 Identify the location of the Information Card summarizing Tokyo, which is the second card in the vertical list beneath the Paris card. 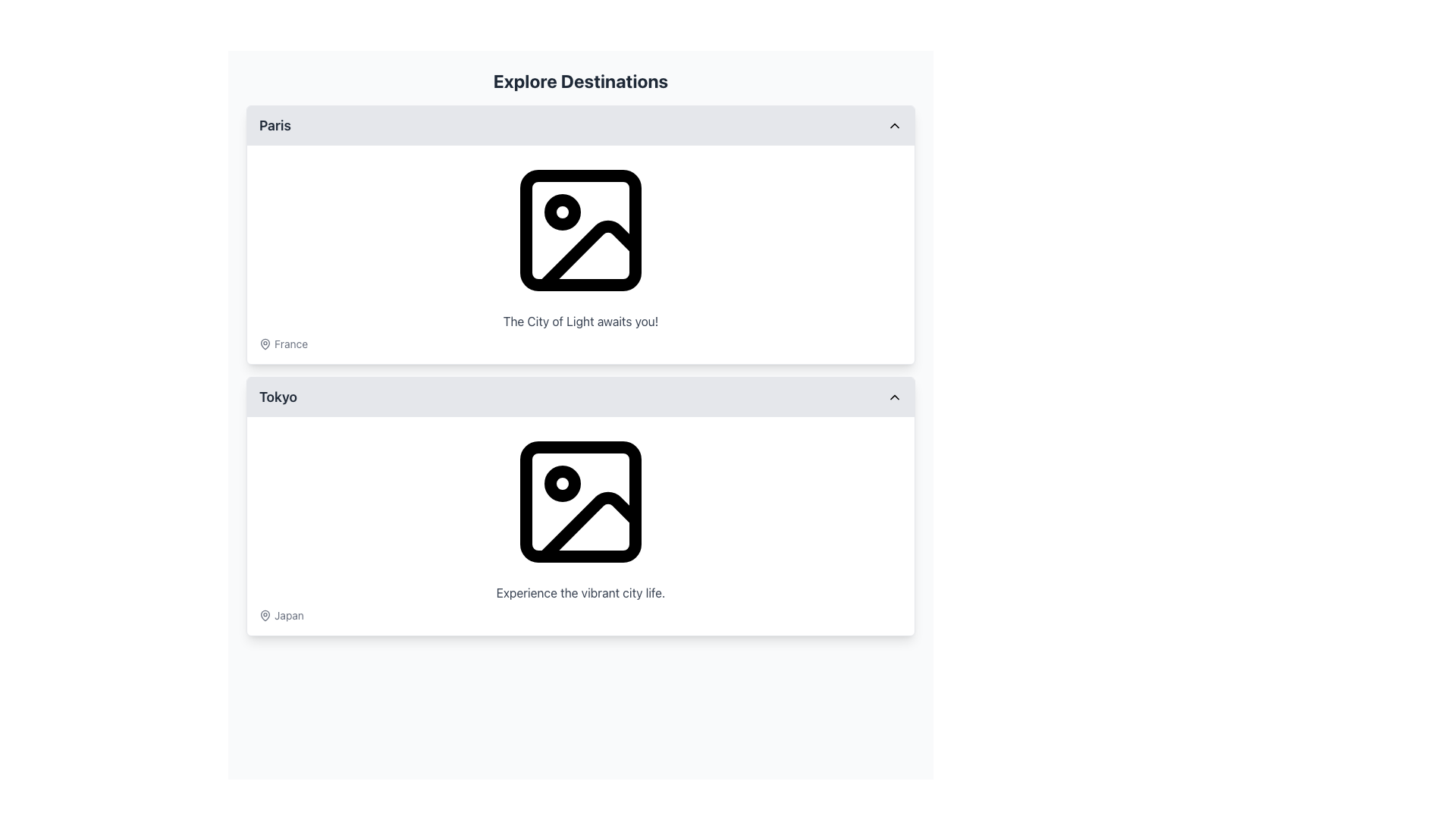
(580, 506).